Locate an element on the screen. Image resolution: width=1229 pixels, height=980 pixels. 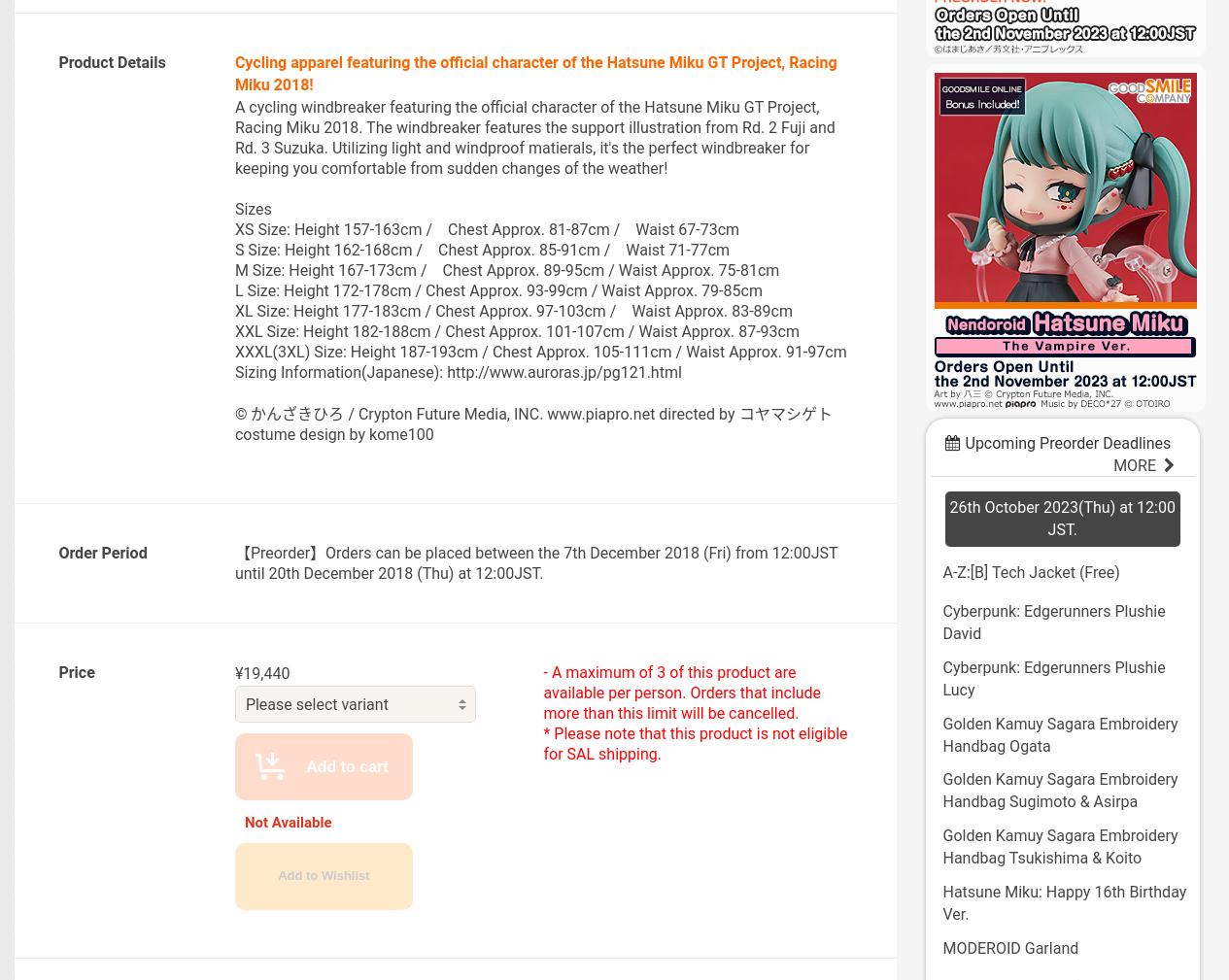
'Golden Kamuy Sagara Embroidery Handbag Tsukishima & Koito' is located at coordinates (1059, 846).